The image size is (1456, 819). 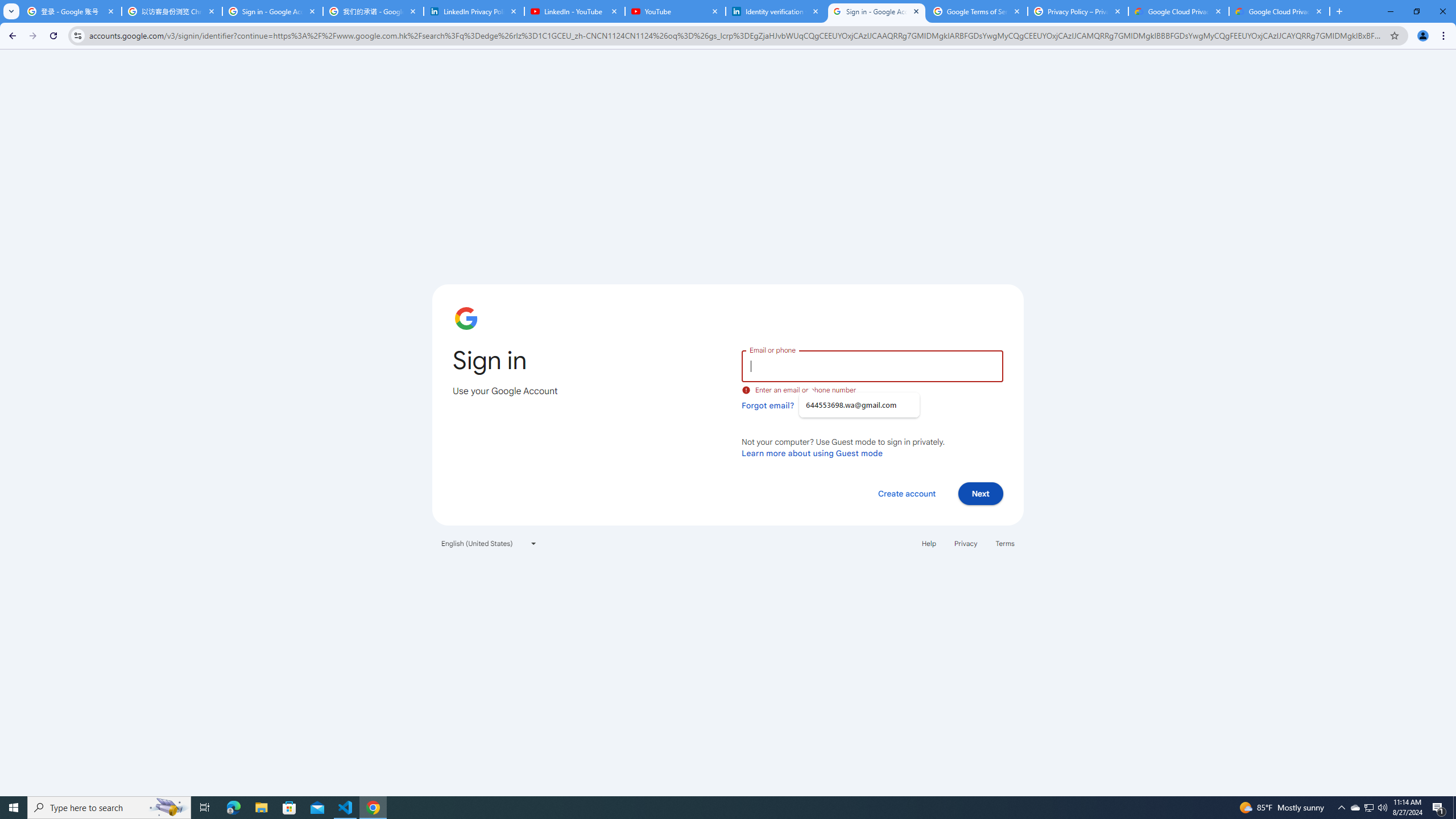 What do you see at coordinates (876, 11) in the screenshot?
I see `'Sign in - Google Accounts'` at bounding box center [876, 11].